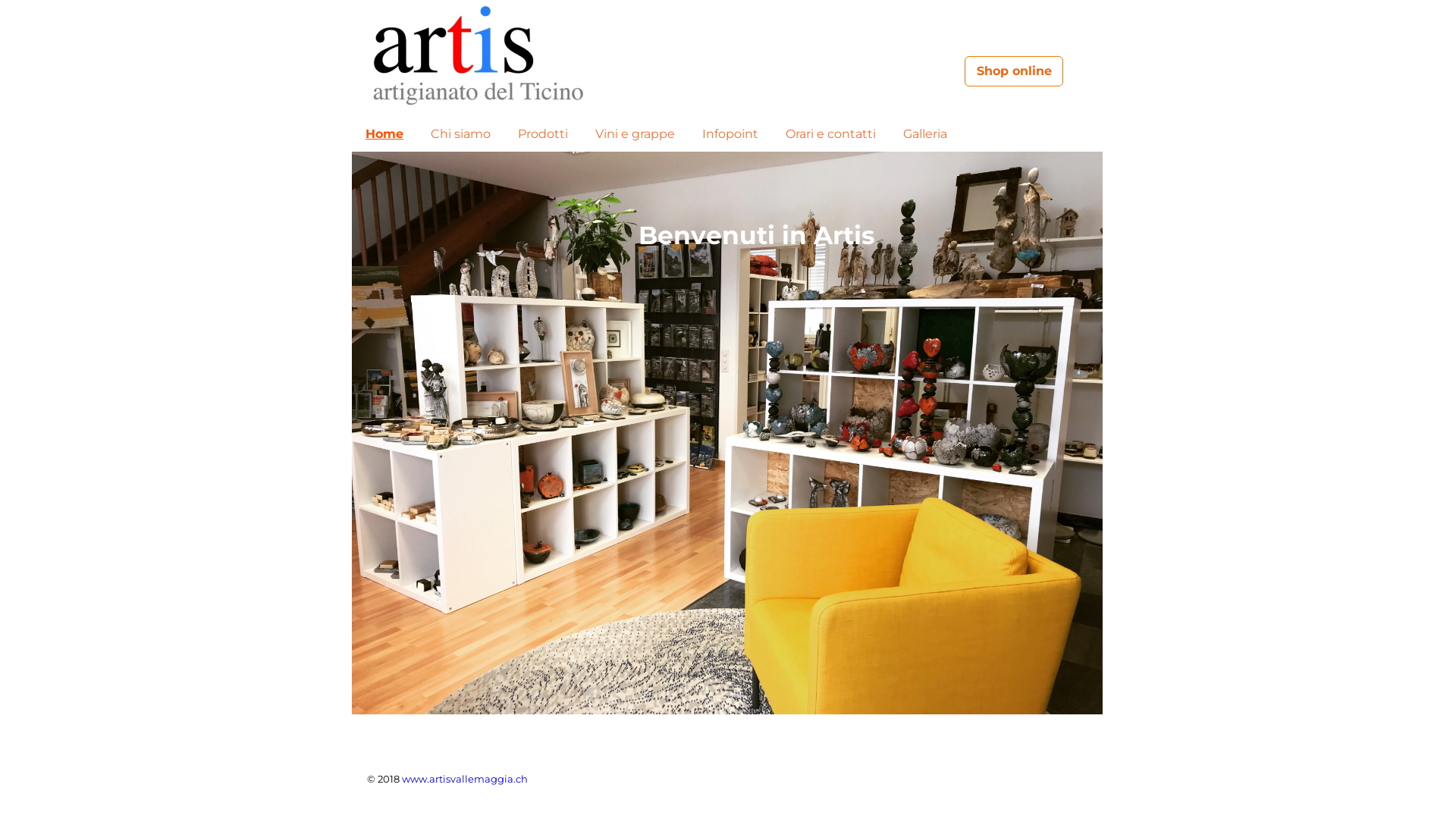 This screenshot has height=819, width=1456. I want to click on 'Shop online', so click(964, 71).